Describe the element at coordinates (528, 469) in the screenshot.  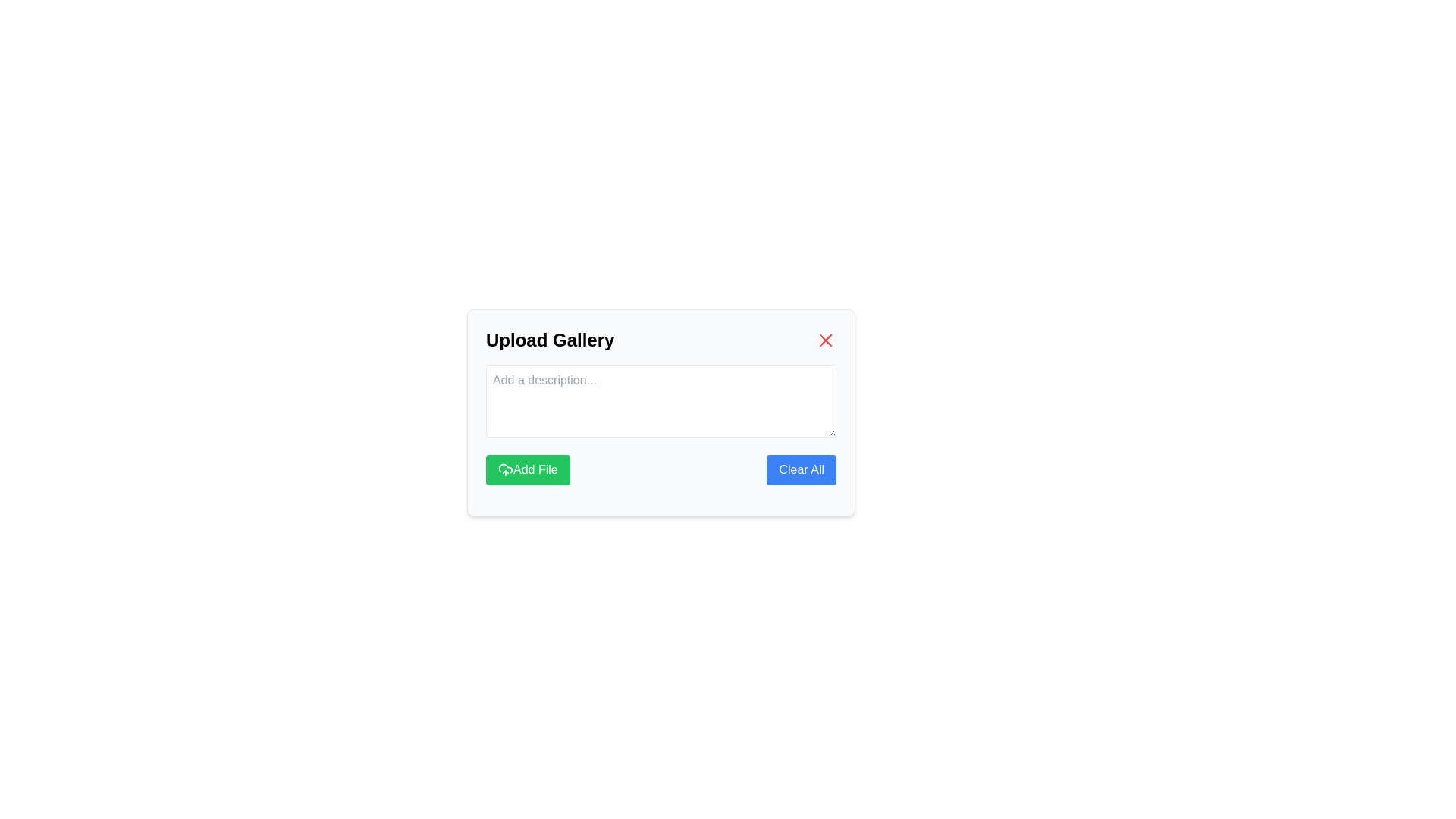
I see `the 'Add File' button, which is a rectangular button with a green background and white text, located at the bottom left of the central dialog interface` at that location.